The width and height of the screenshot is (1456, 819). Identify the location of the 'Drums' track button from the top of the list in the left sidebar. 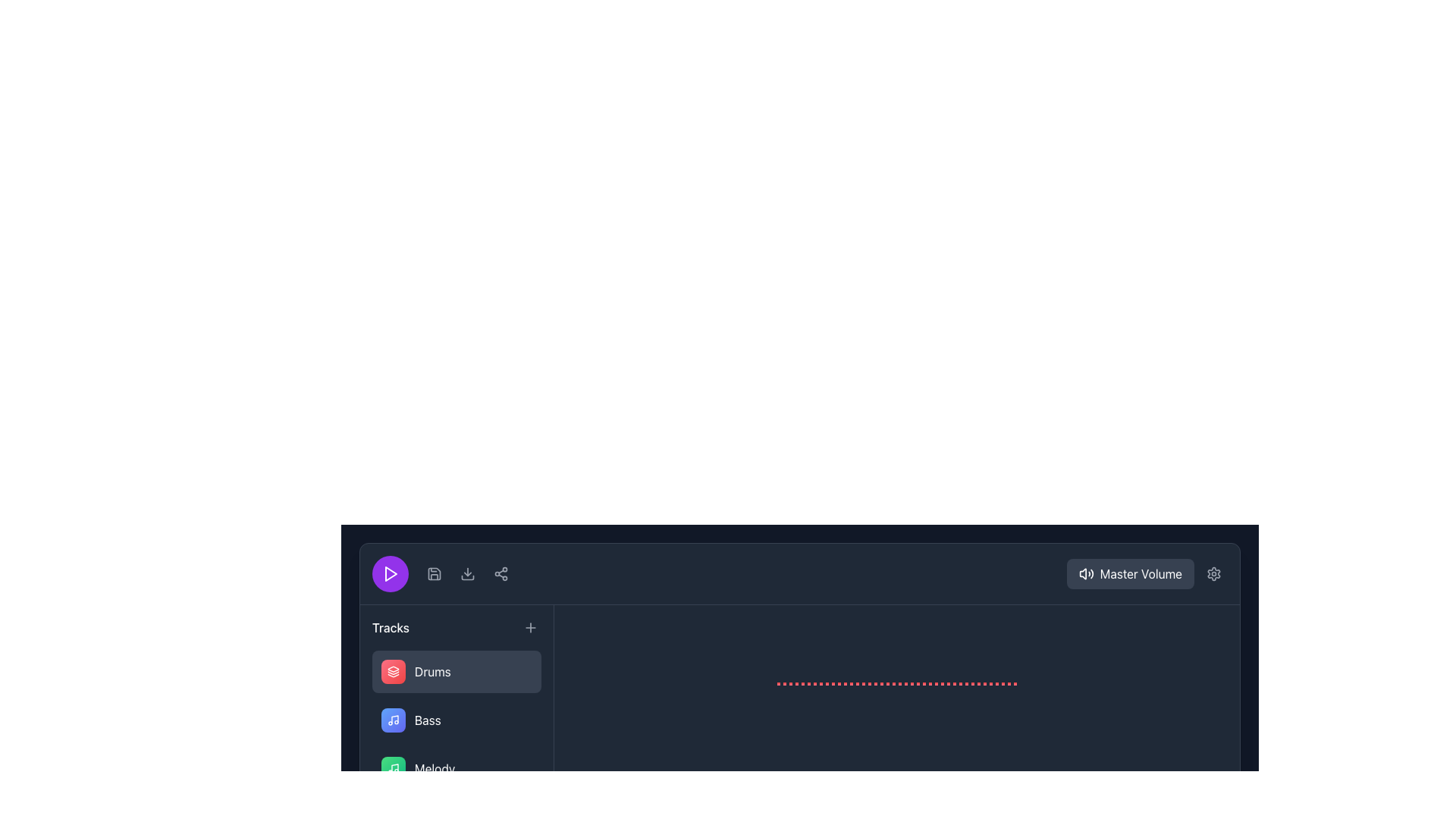
(456, 671).